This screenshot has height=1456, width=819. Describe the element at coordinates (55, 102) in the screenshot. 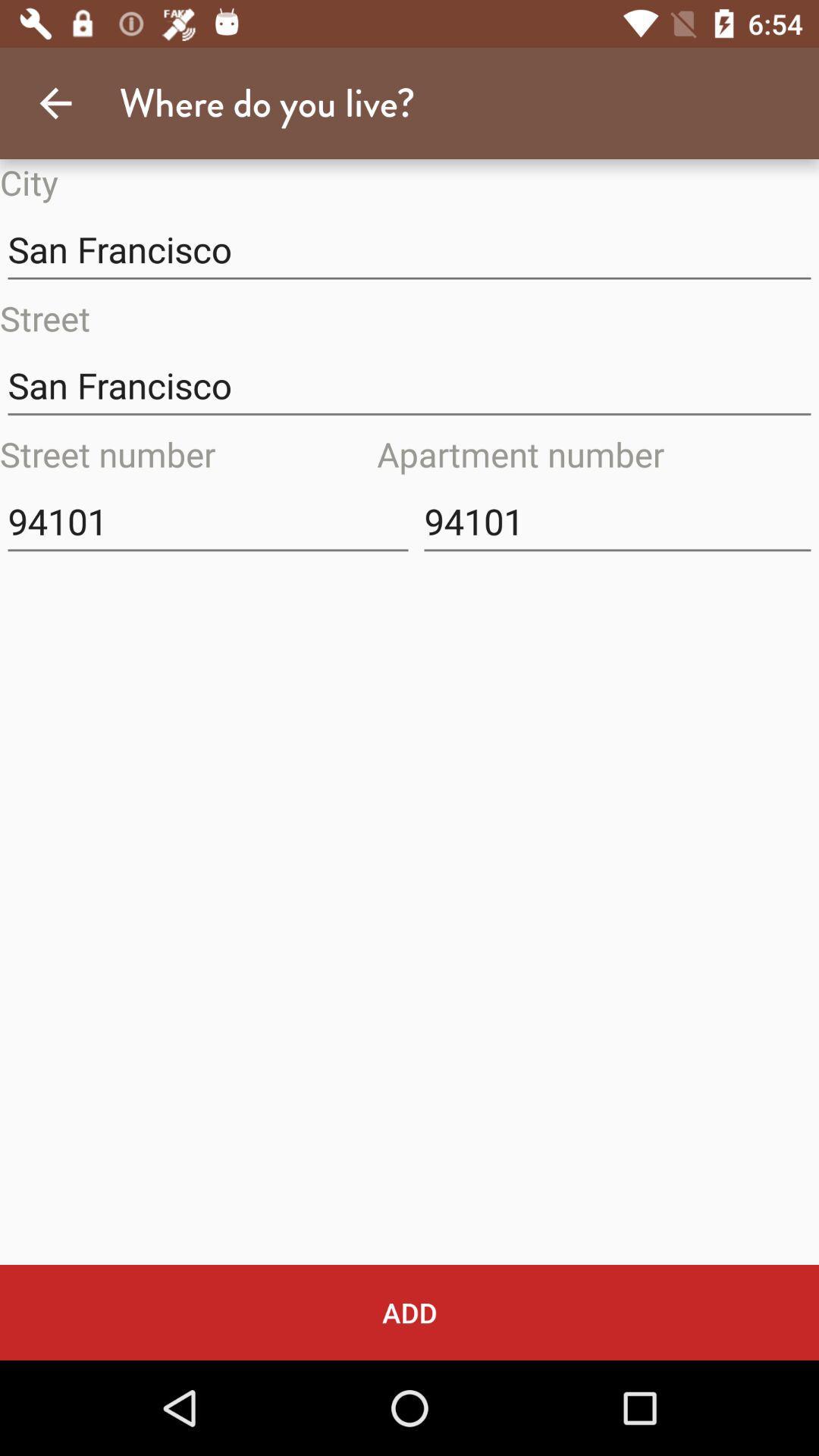

I see `item above the city icon` at that location.